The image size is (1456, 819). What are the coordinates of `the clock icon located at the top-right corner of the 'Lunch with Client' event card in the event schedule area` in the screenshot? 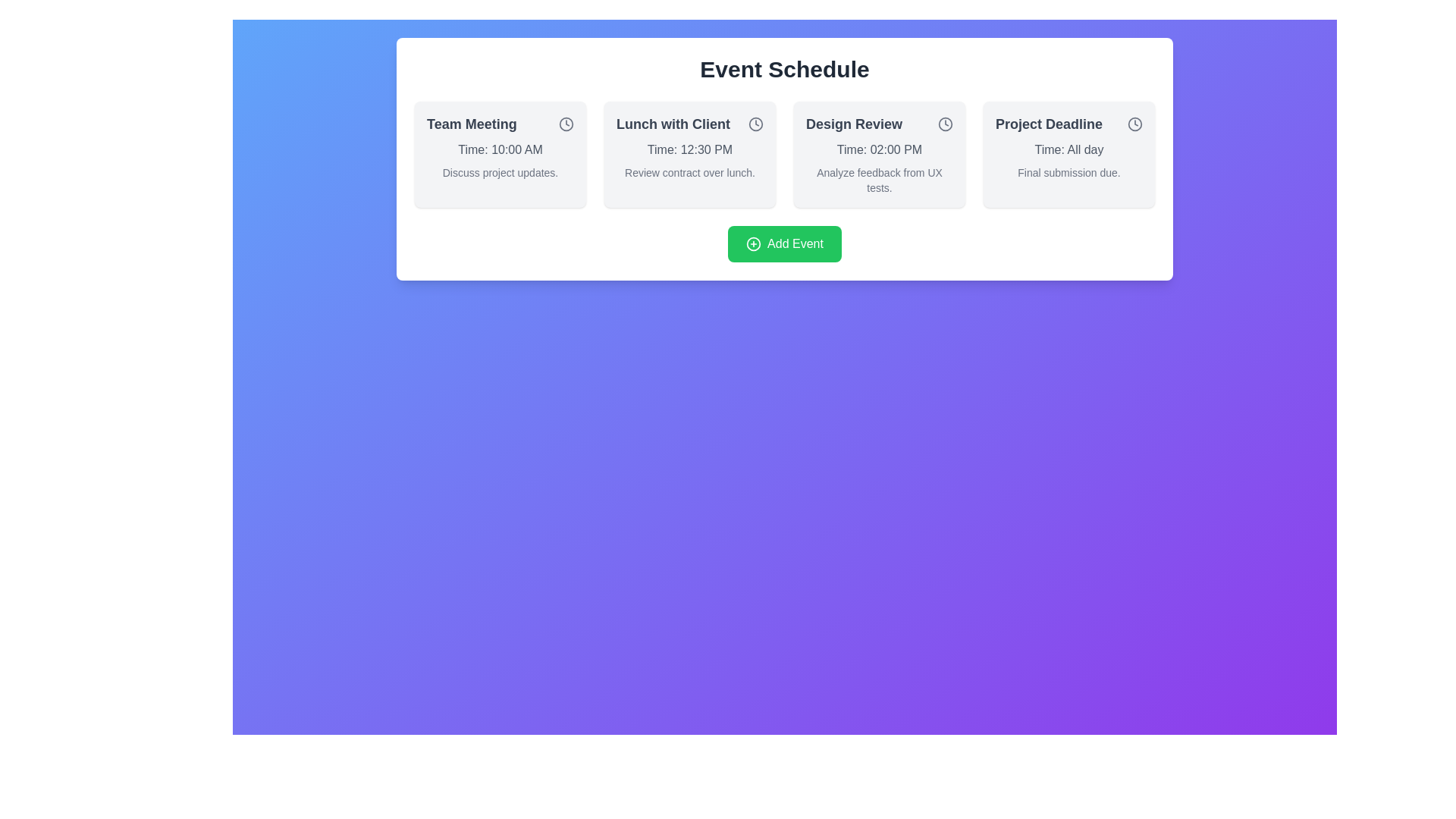 It's located at (756, 124).